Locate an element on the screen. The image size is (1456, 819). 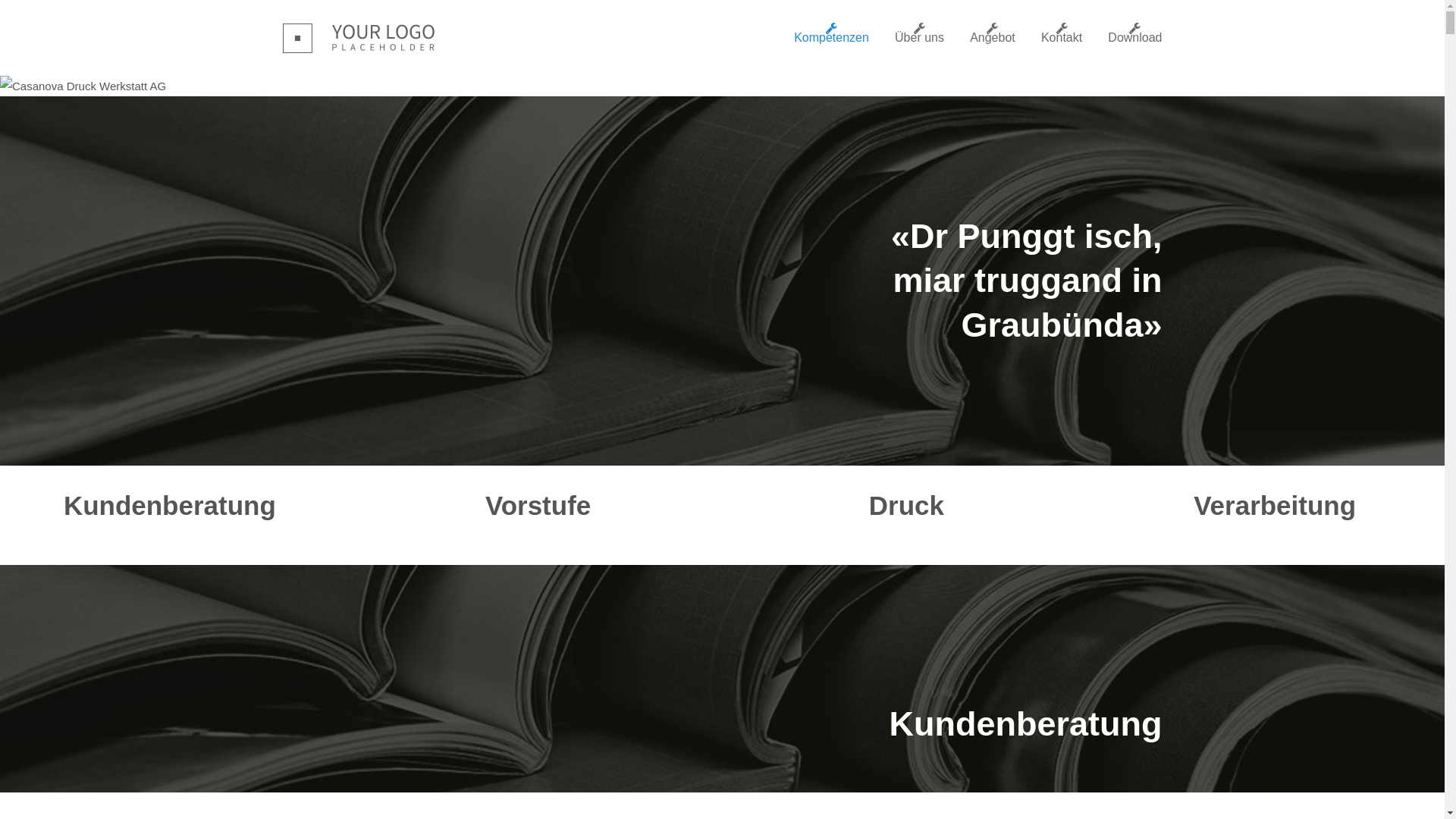
'Kundenberatung' is located at coordinates (170, 505).